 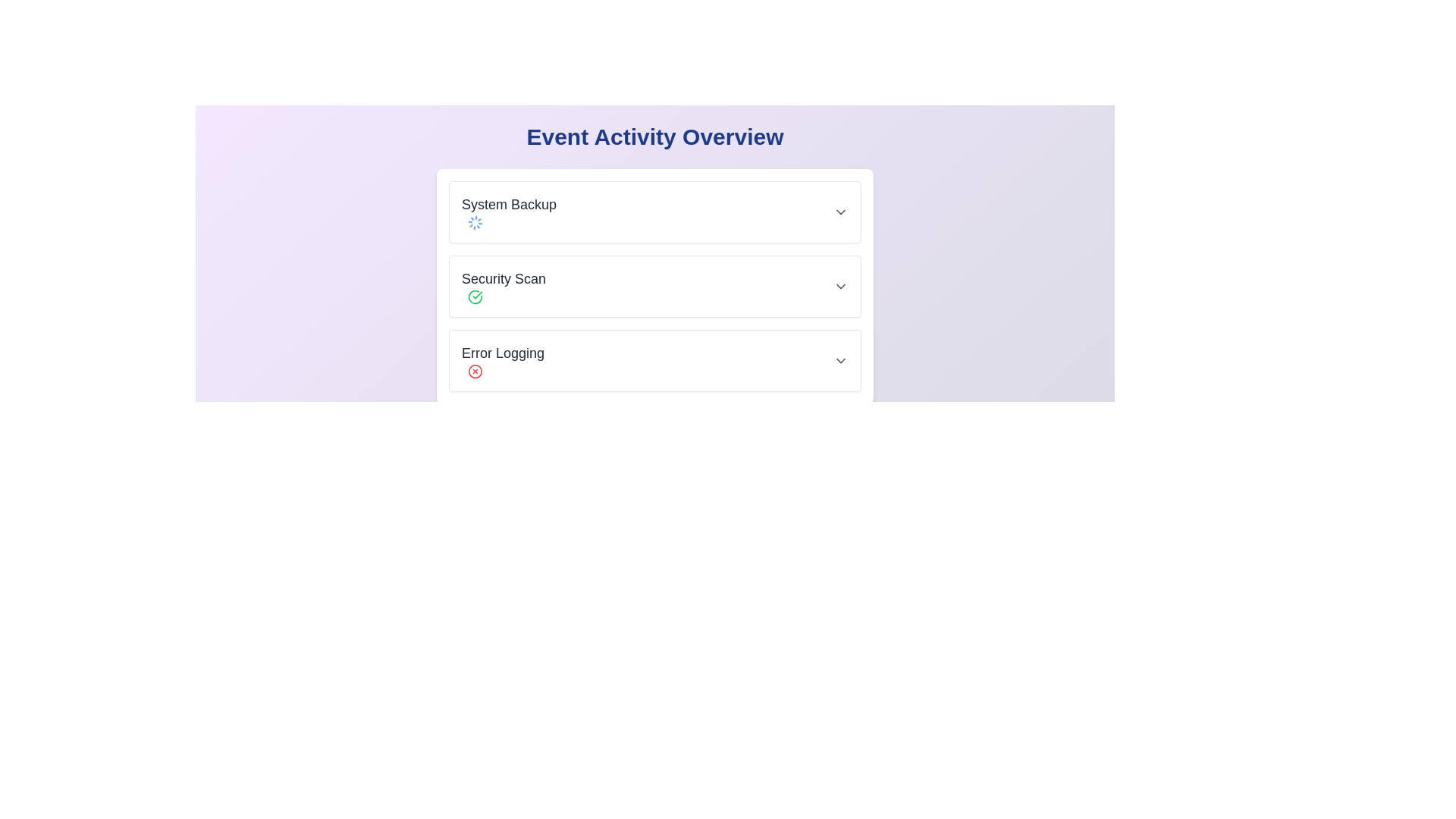 What do you see at coordinates (655, 212) in the screenshot?
I see `the 'System Backup' title and status indicator with dropdown action` at bounding box center [655, 212].